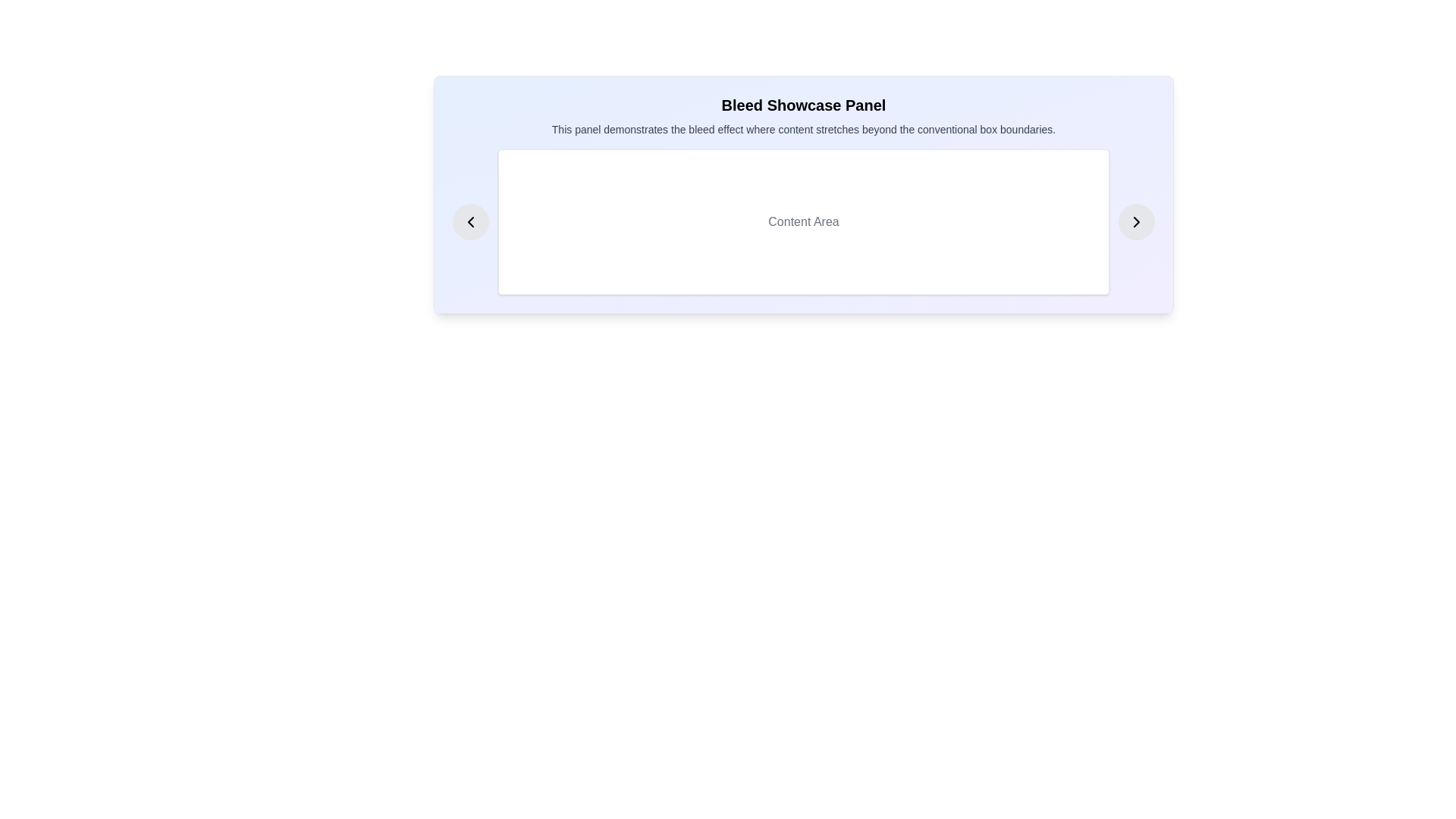 The image size is (1456, 819). I want to click on the Text Block element that reads 'This panel demonstrates the bleed effect where content stretches beyond the conventional box boundaries.' It is styled in gray and located below the title 'Bleed Showcase Panel.', so click(803, 128).